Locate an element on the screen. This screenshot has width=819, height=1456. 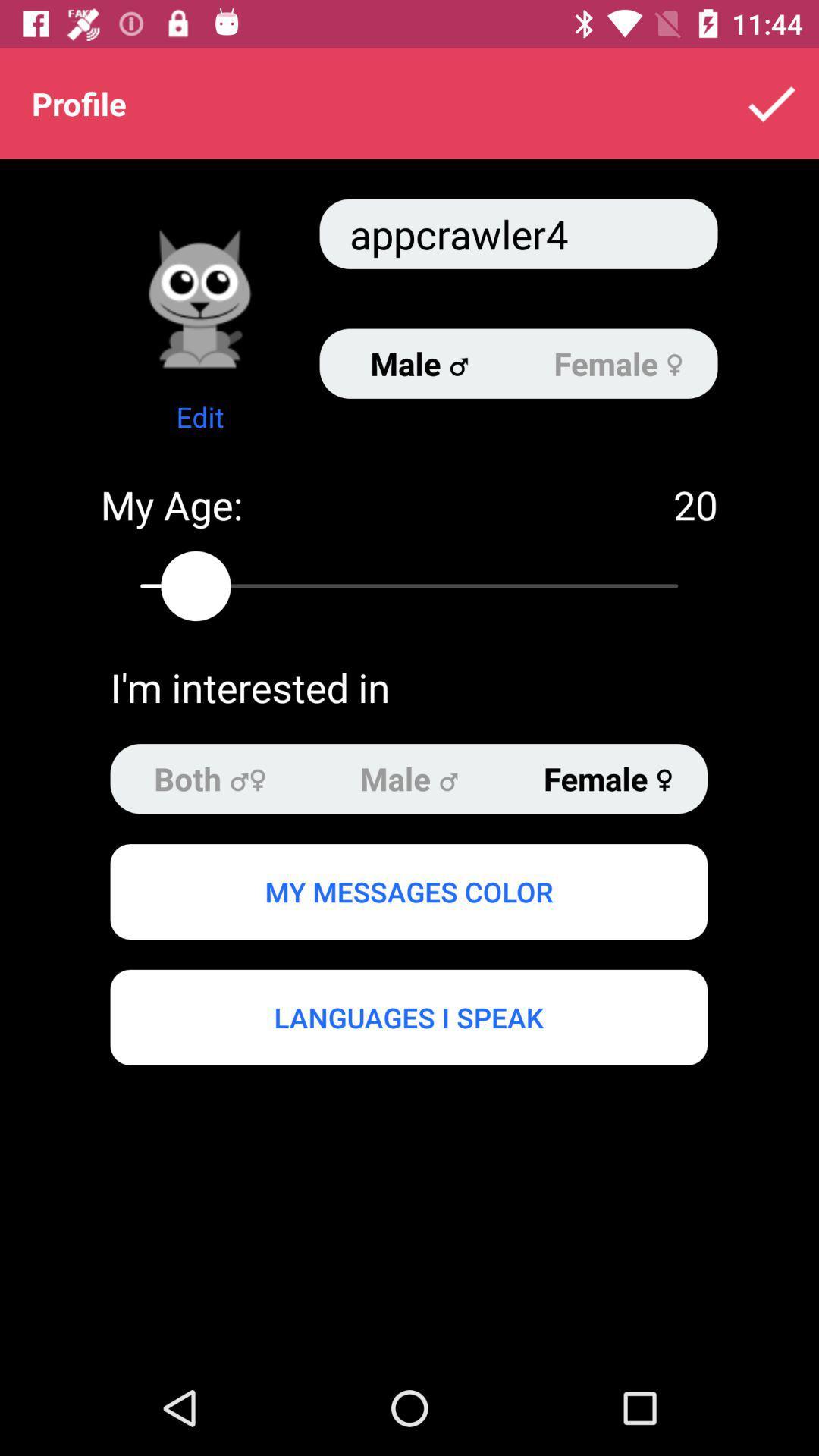
the icon above edit item is located at coordinates (199, 298).